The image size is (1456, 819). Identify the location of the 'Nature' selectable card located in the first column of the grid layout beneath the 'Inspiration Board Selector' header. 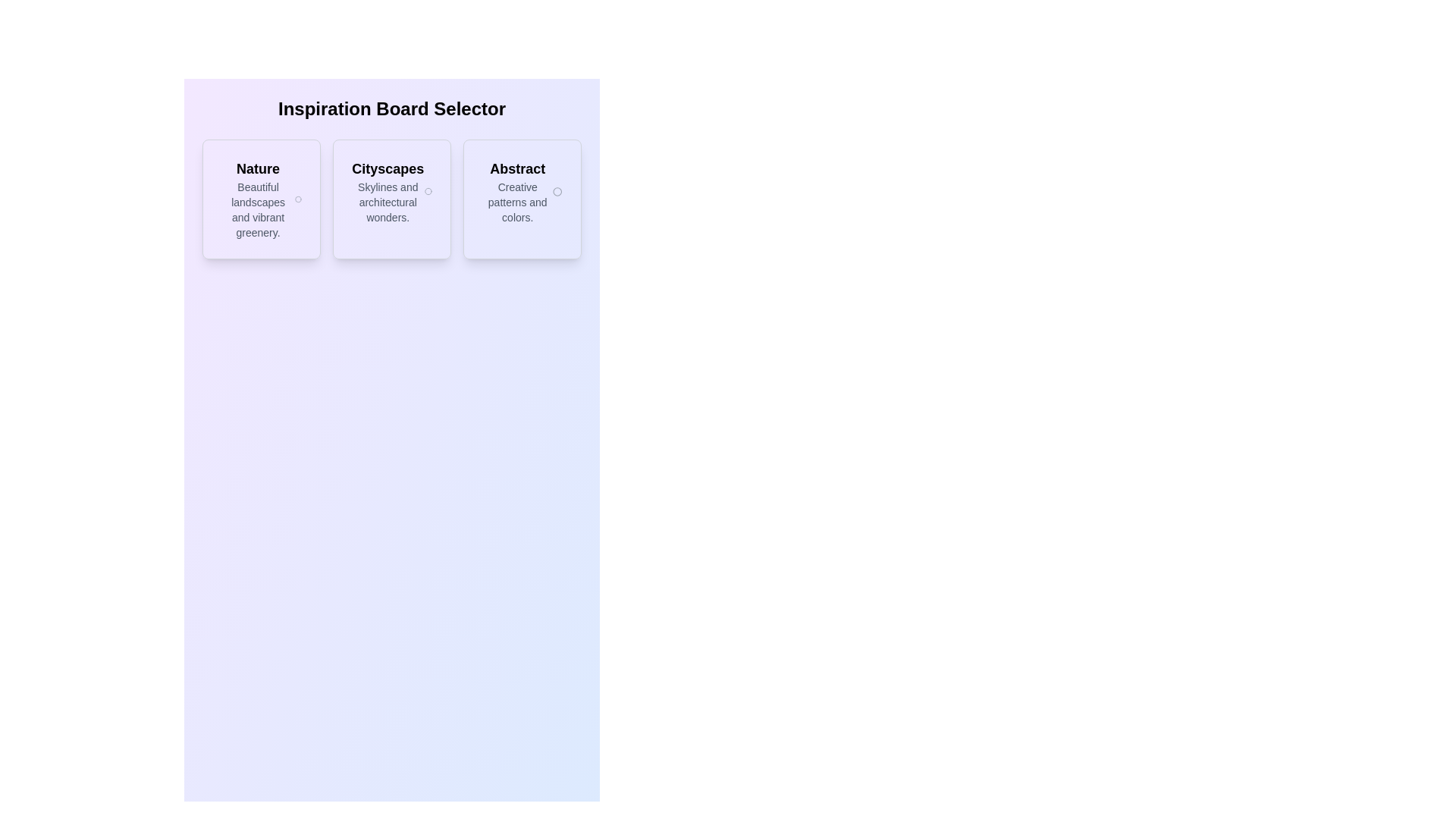
(262, 198).